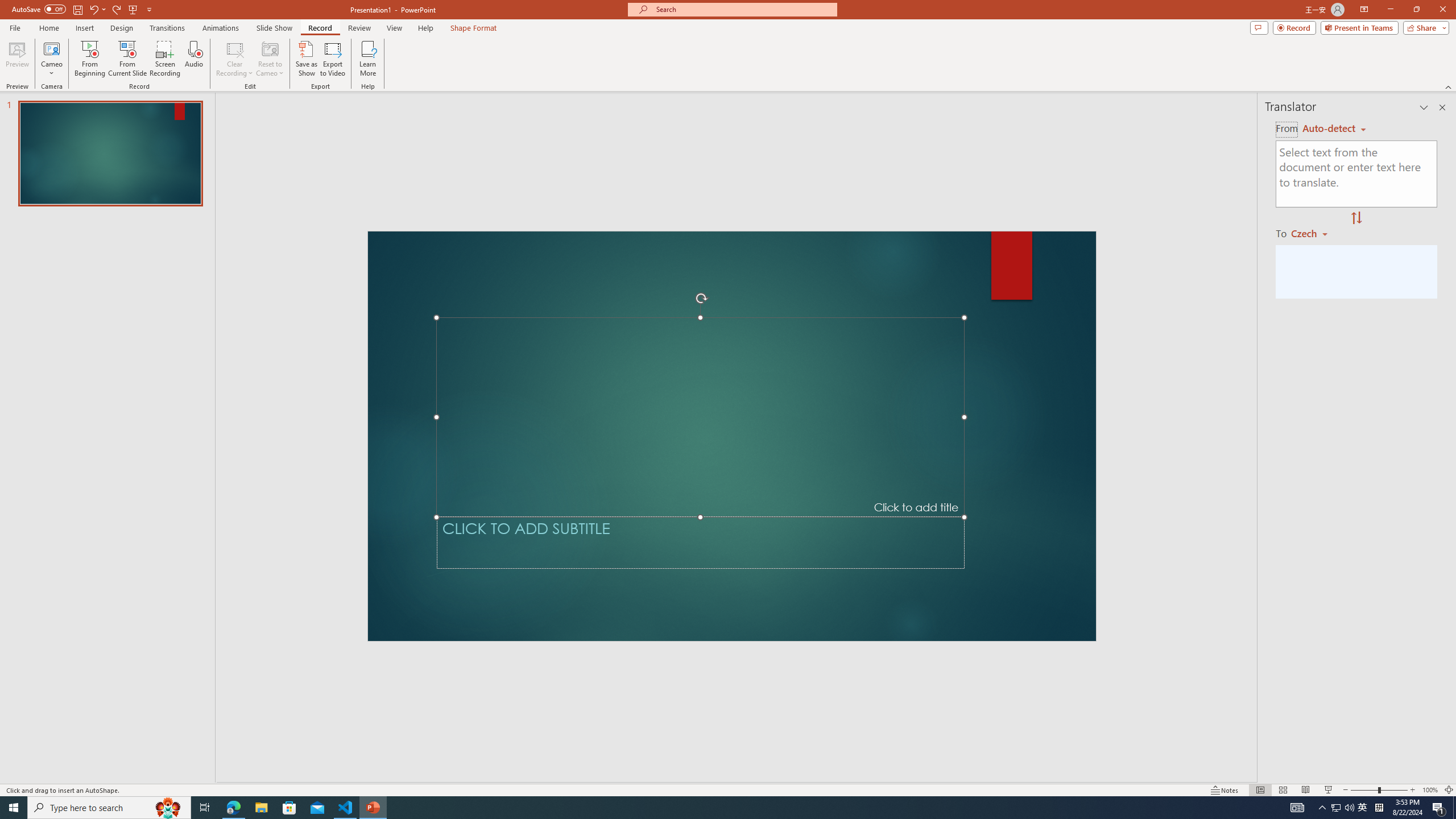 The height and width of the screenshot is (819, 1456). What do you see at coordinates (1449, 87) in the screenshot?
I see `'Collapse the Ribbon'` at bounding box center [1449, 87].